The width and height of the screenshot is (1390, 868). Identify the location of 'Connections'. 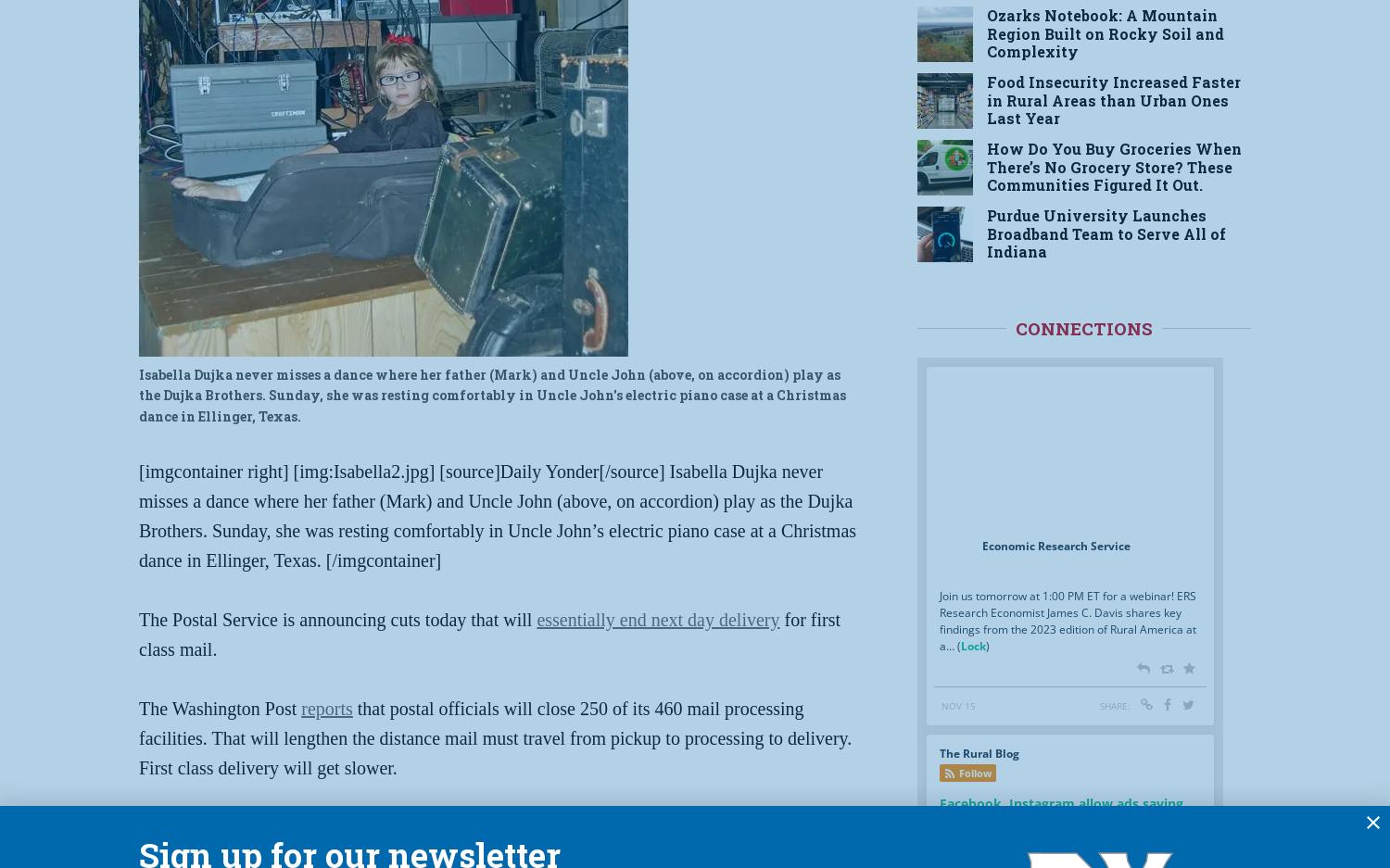
(1084, 328).